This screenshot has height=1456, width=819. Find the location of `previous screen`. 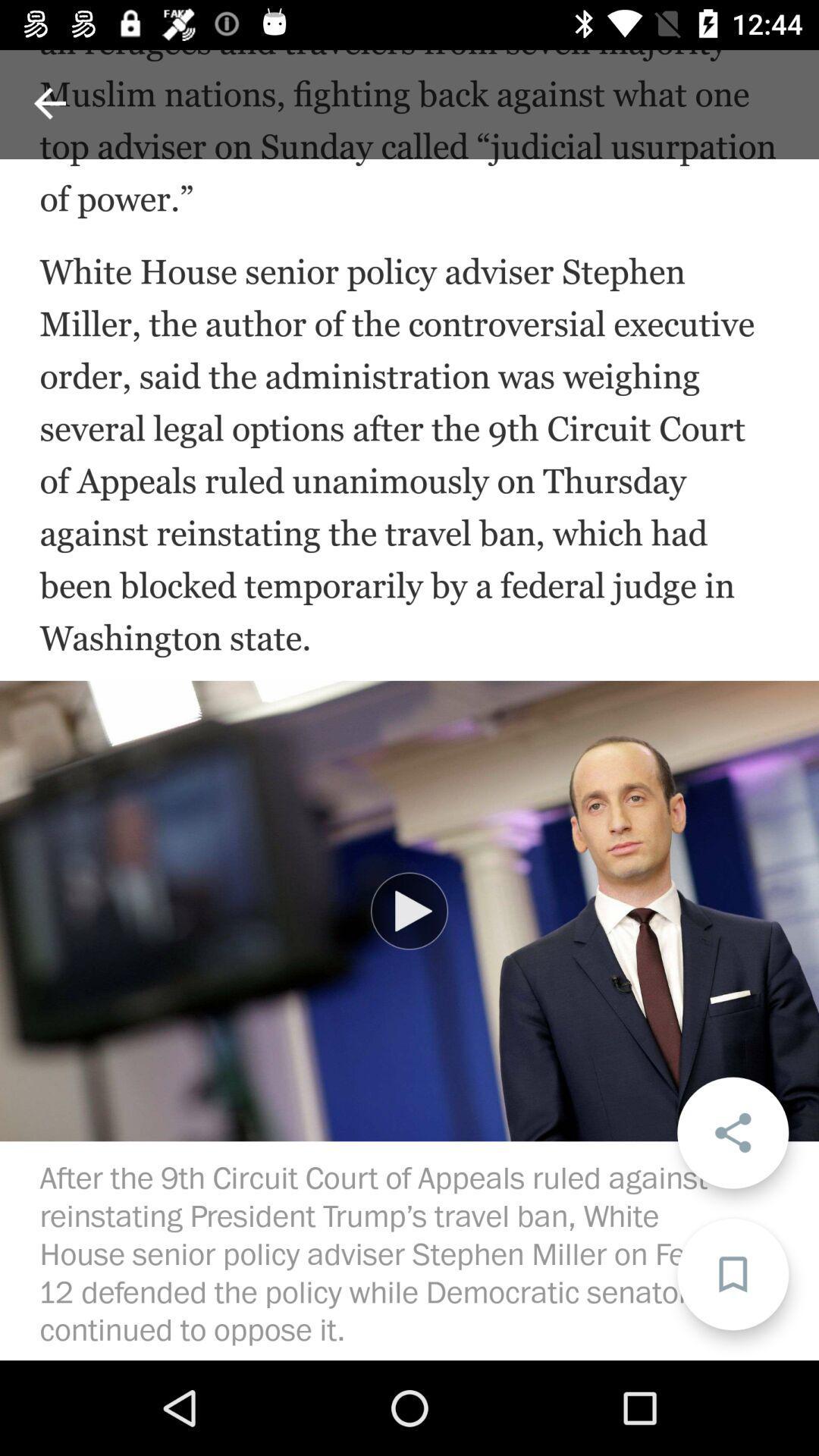

previous screen is located at coordinates (49, 102).